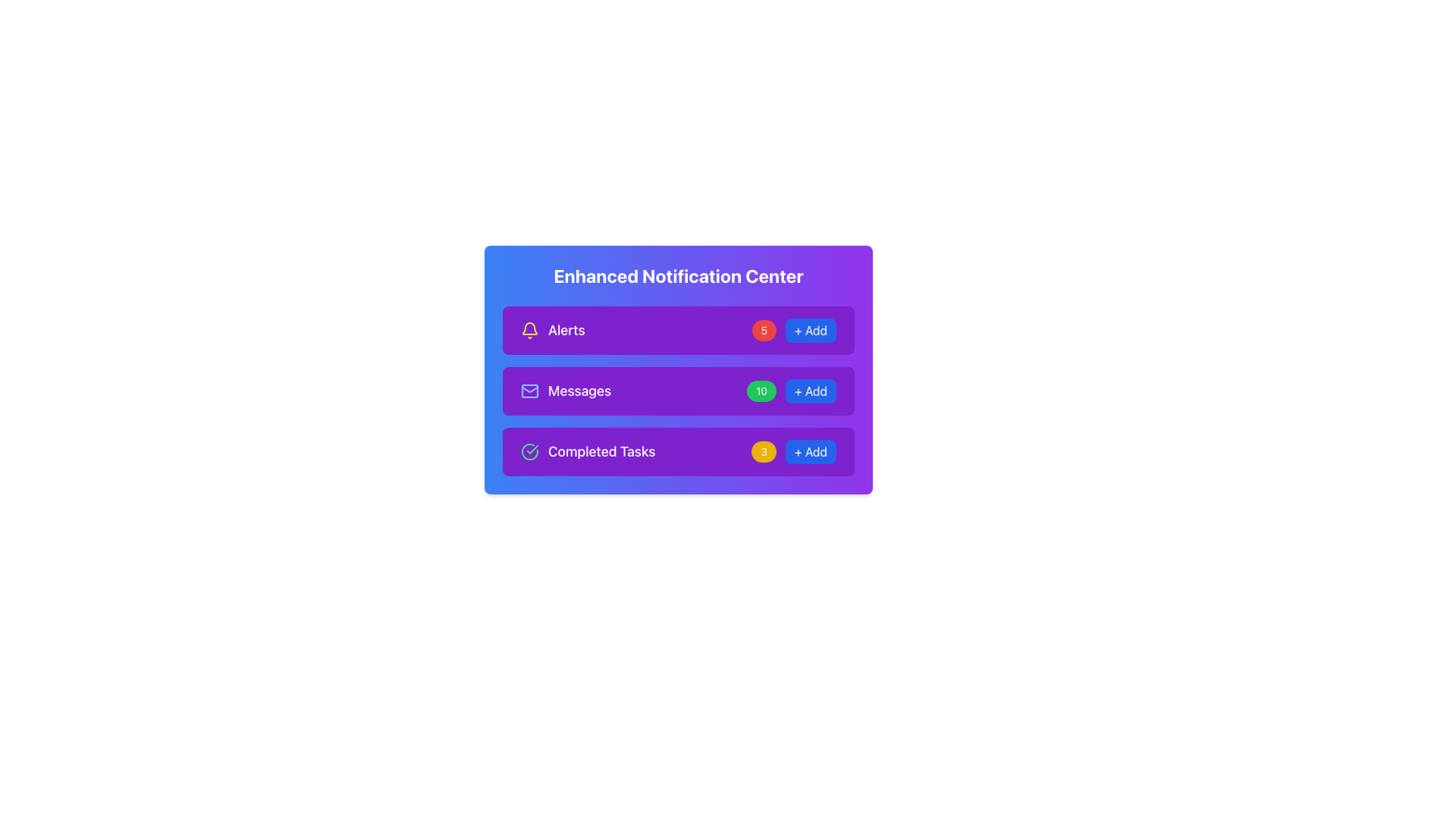 The height and width of the screenshot is (819, 1456). Describe the element at coordinates (810, 329) in the screenshot. I see `the actionable button for adding a new item in the 'Alerts' section located on the right side of the top row within the 'Enhanced Notification Center' card` at that location.